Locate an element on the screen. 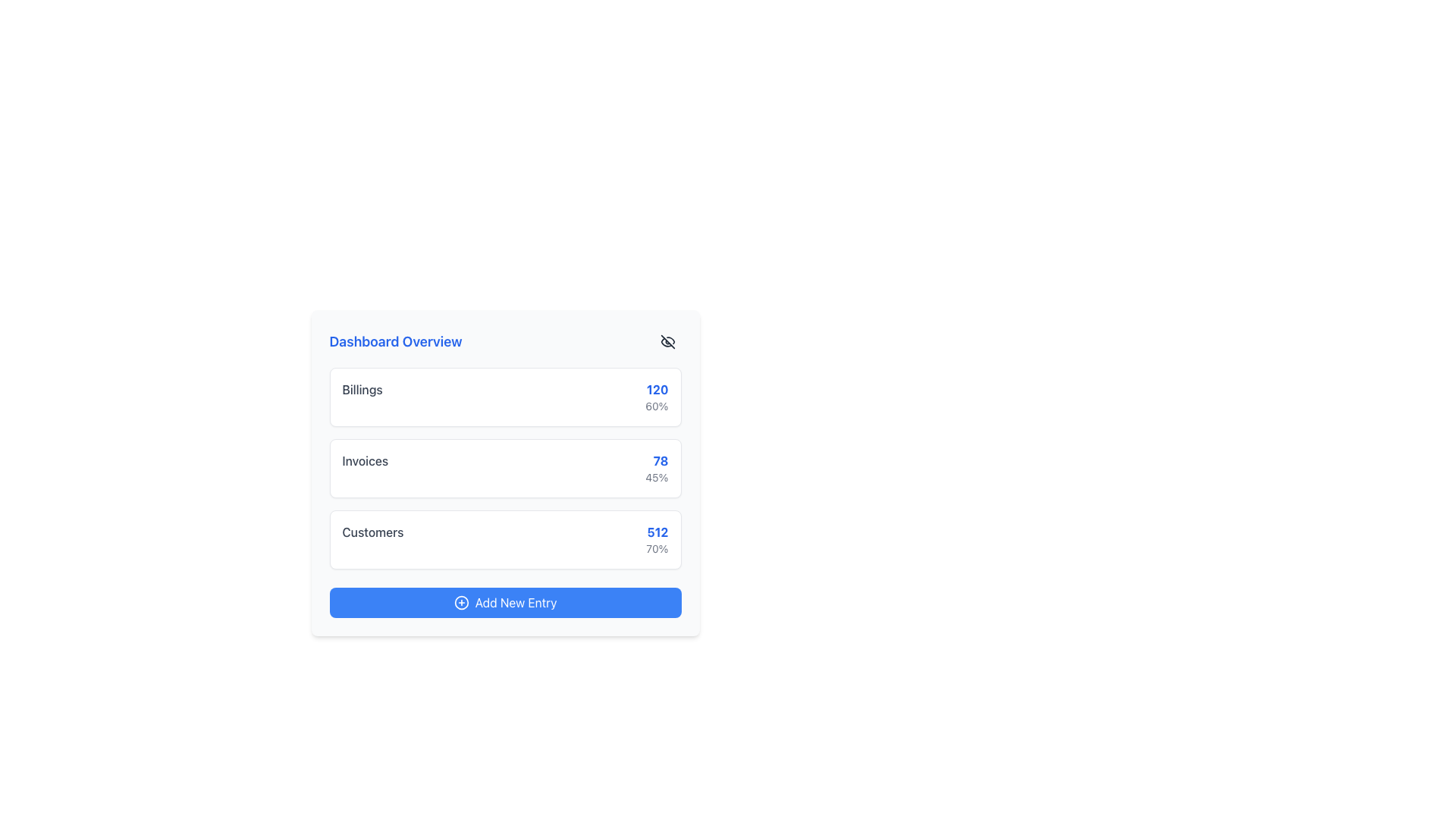 The height and width of the screenshot is (819, 1456). the circular icon within the 'Add New Entry' button at the bottom of the card layout is located at coordinates (460, 601).